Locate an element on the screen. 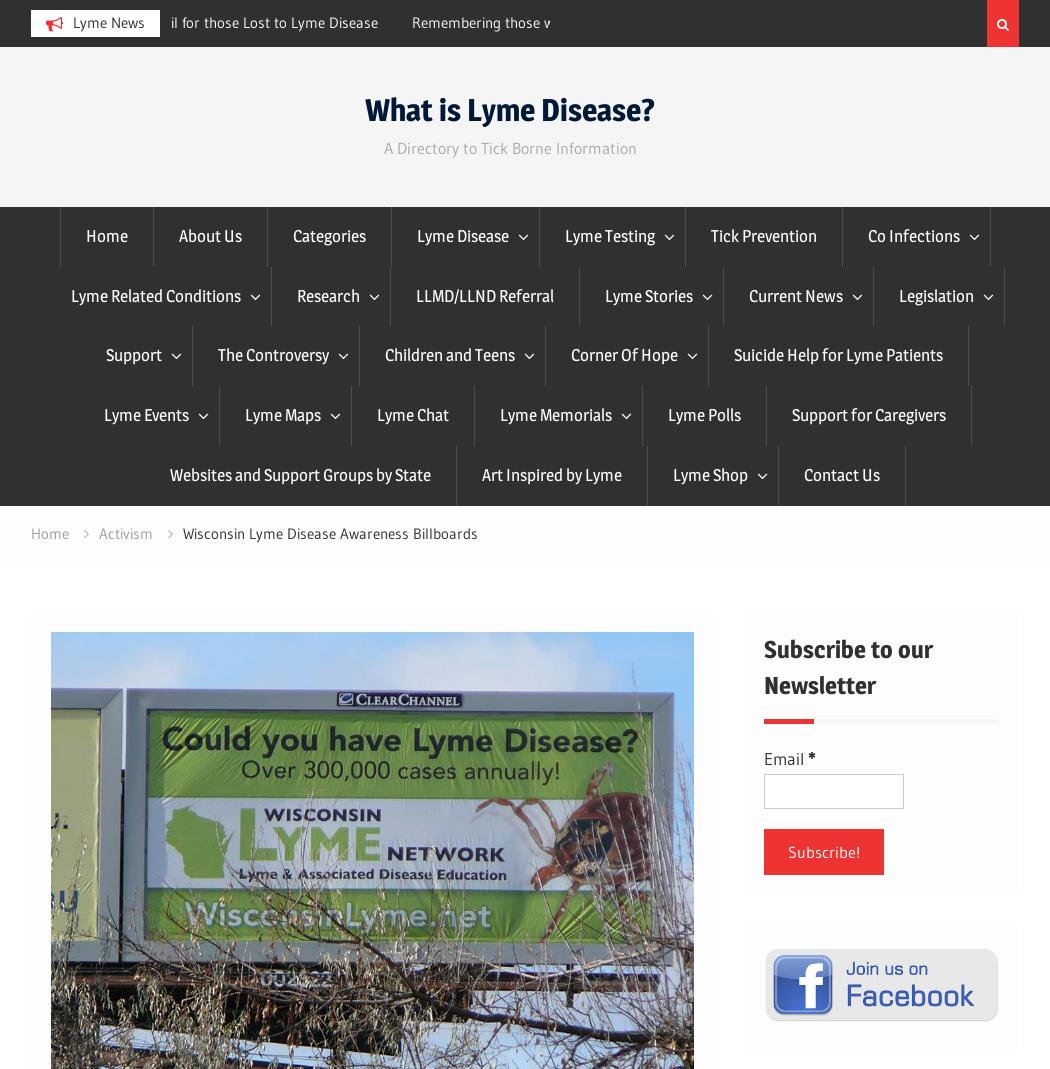 Image resolution: width=1050 pixels, height=1069 pixels. 'Lyme Chat' is located at coordinates (412, 414).